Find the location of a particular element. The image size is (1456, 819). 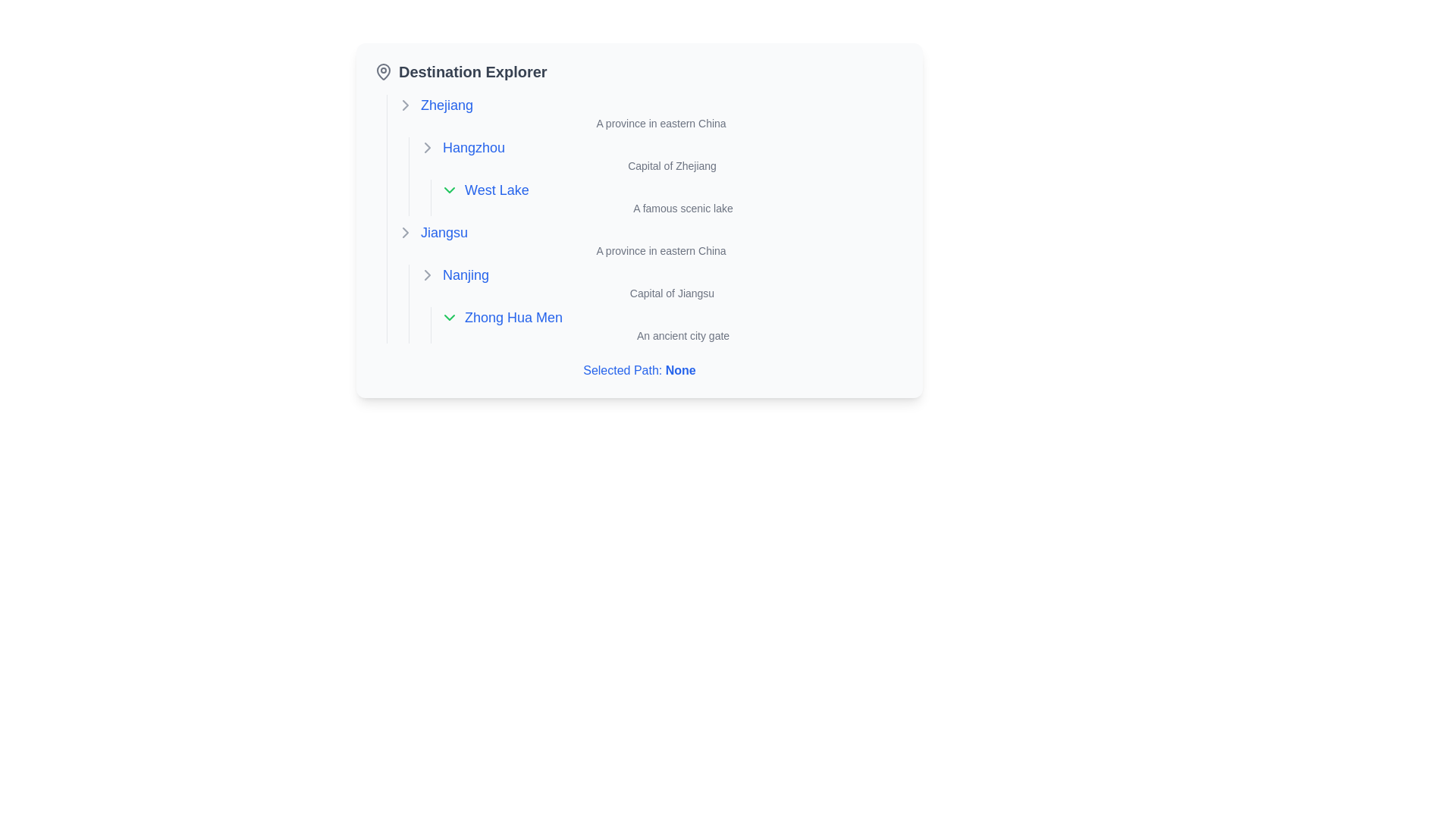

the text section containing the phrase 'Jiangsu, A province in eastern China, Nanjing, Capital of Jiangsu, Zhong Hua Men, An ancient city gate', which is styled with consistent padding and is located below the 'Zhejiang' section is located at coordinates (651, 283).